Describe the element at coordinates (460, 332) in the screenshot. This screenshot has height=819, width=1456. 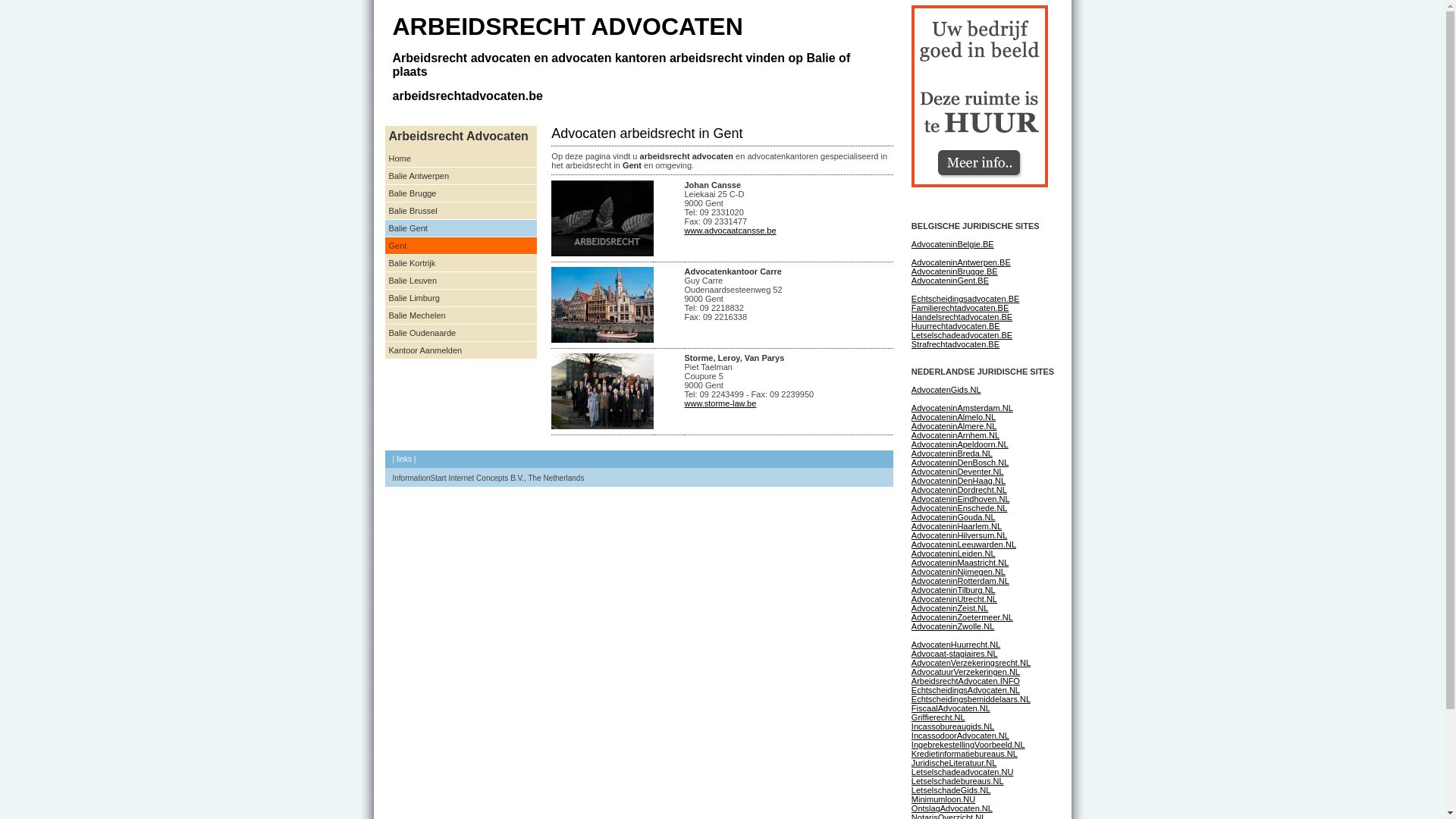
I see `'Balie Oudenaarde'` at that location.